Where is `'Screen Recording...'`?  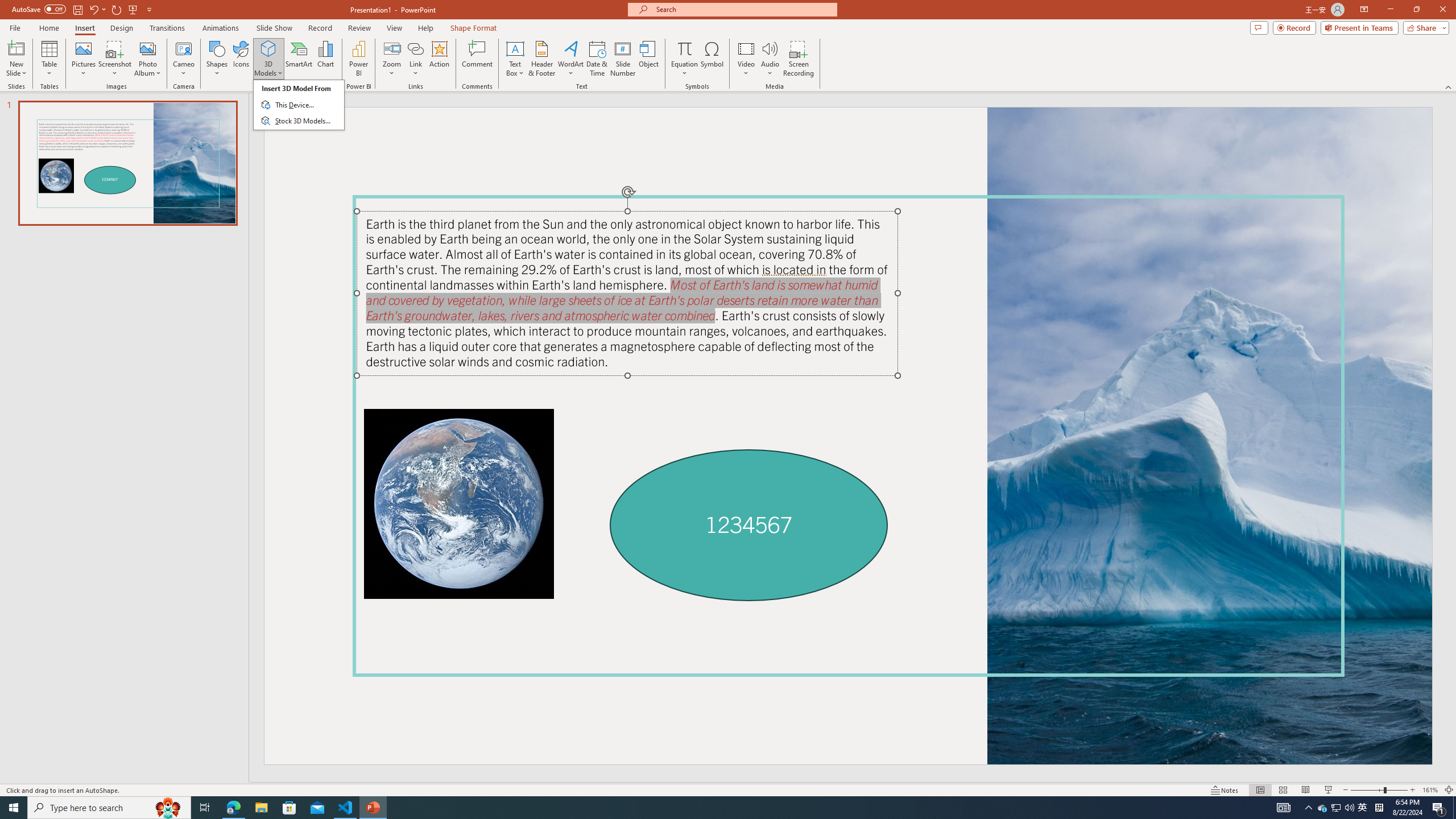
'Screen Recording...' is located at coordinates (798, 59).